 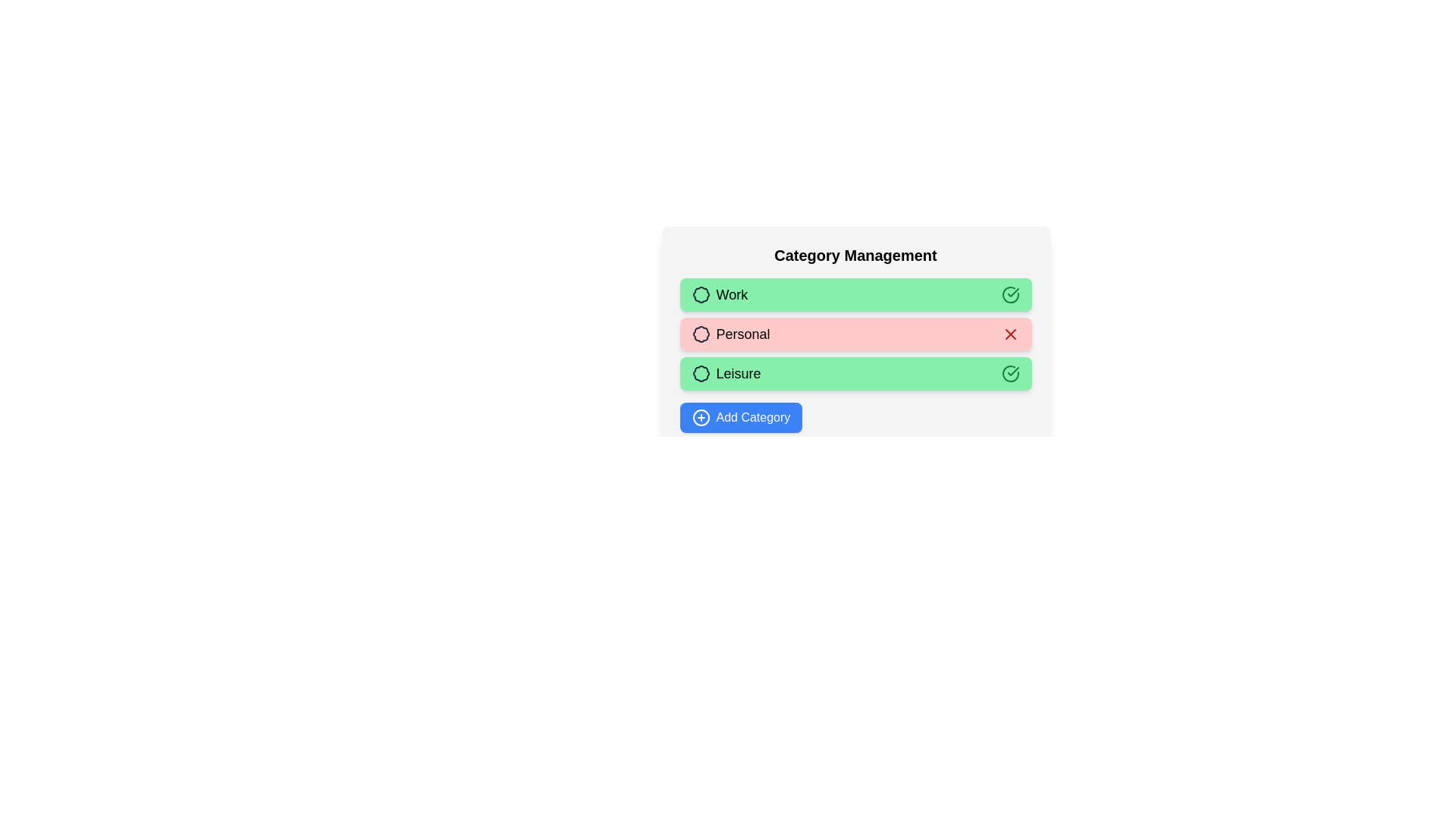 What do you see at coordinates (855, 295) in the screenshot?
I see `the category Work` at bounding box center [855, 295].